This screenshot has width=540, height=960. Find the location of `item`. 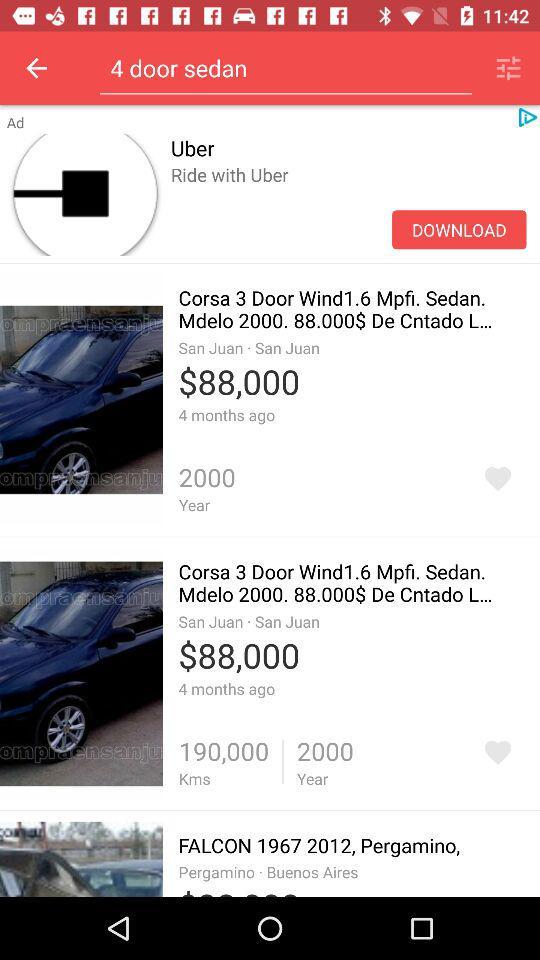

item is located at coordinates (496, 478).